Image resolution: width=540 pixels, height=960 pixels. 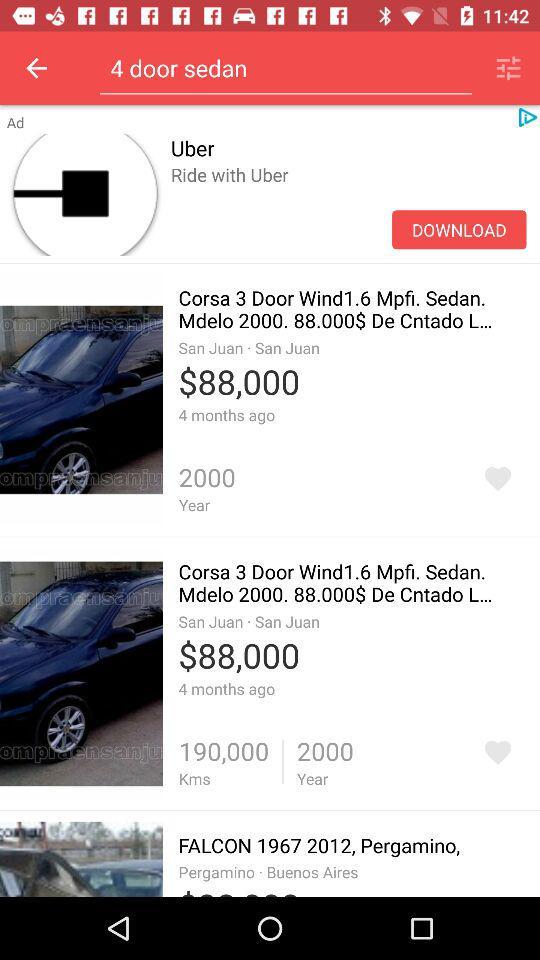 I want to click on download item, so click(x=459, y=229).